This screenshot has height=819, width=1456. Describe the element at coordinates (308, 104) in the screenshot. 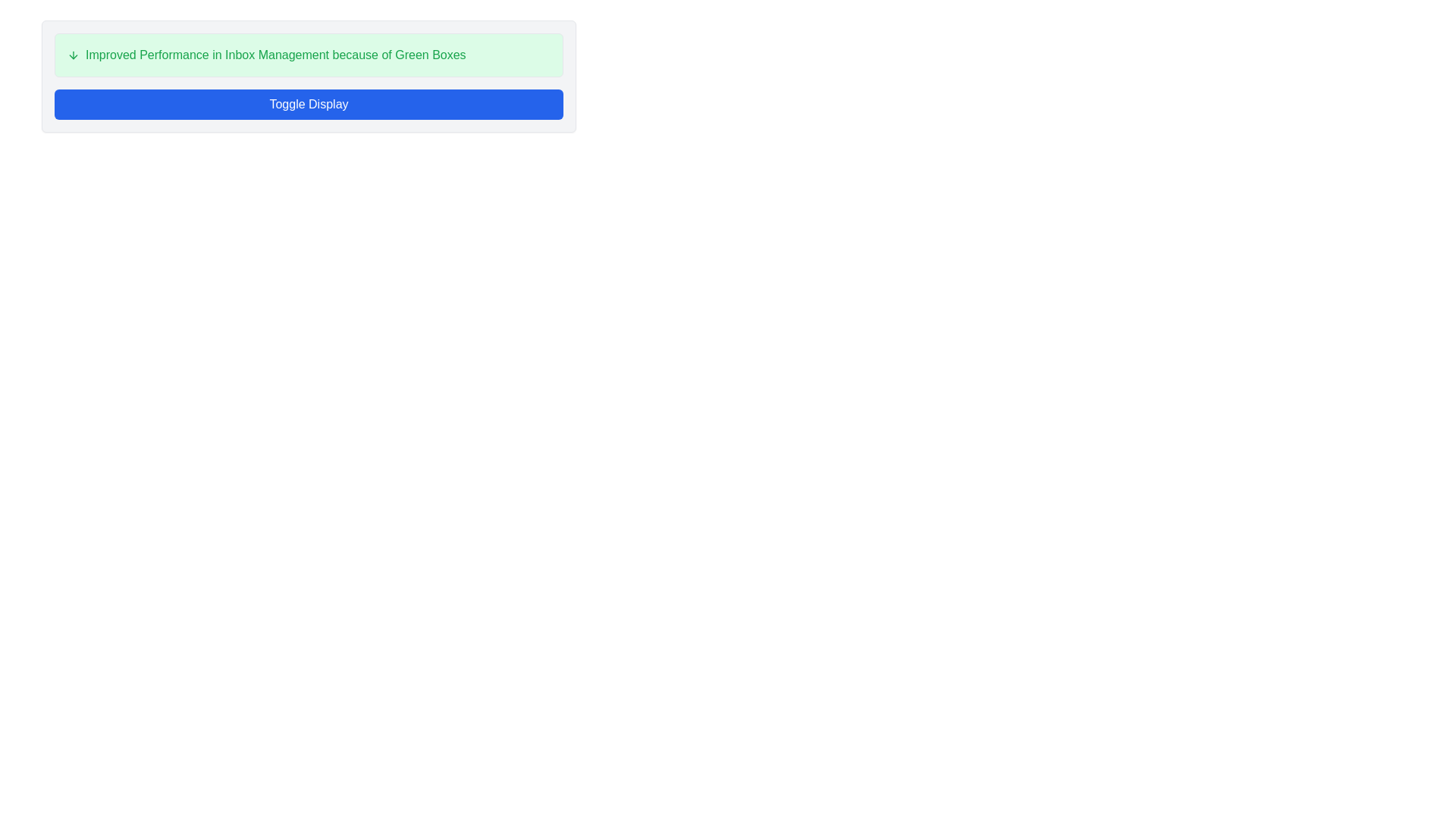

I see `the toggle button at the bottom of the gray box` at that location.